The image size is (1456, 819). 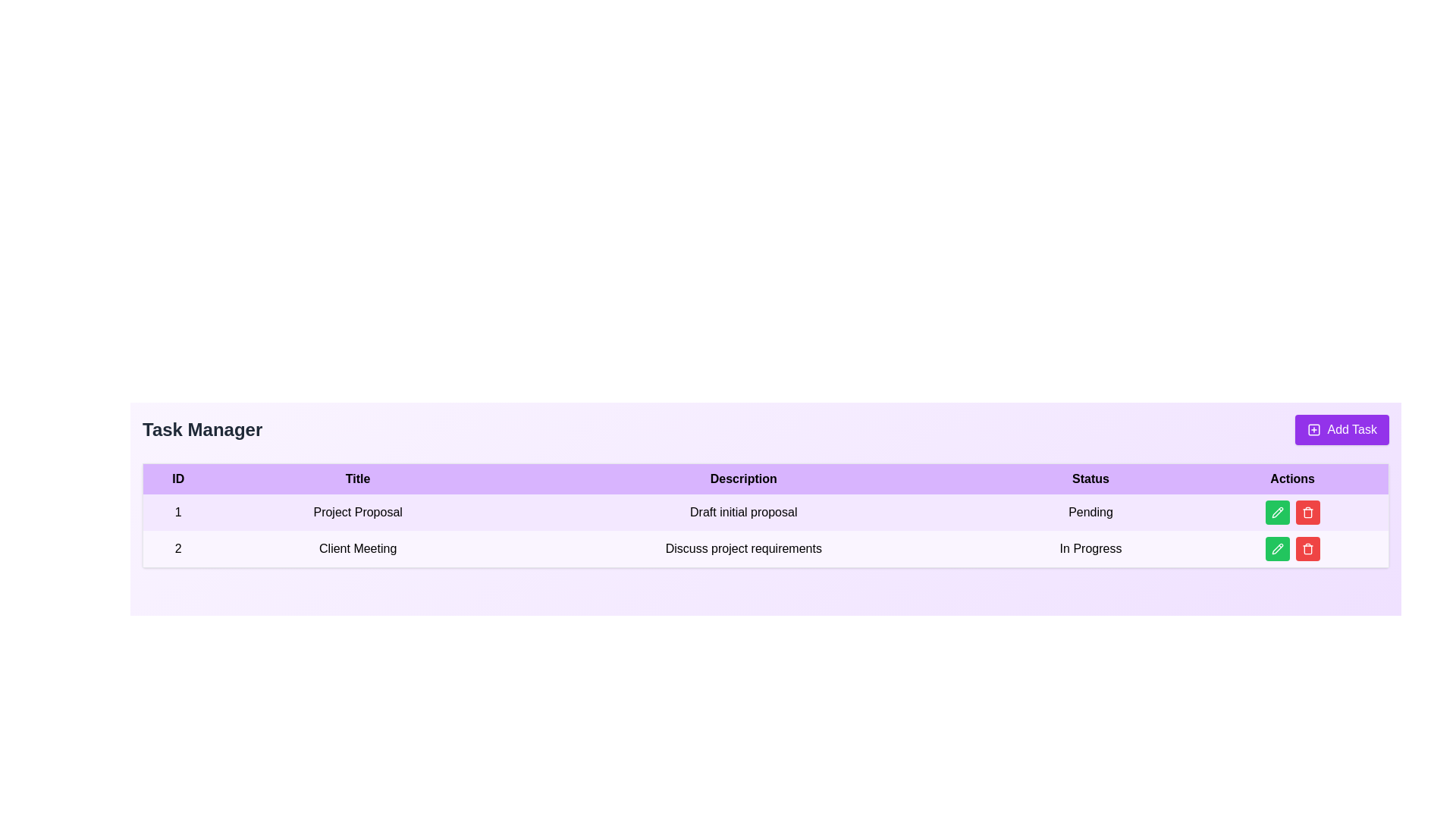 What do you see at coordinates (1291, 512) in the screenshot?
I see `the red button in the 'Actions' column of the first row corresponding to the 'Project Proposal' task` at bounding box center [1291, 512].